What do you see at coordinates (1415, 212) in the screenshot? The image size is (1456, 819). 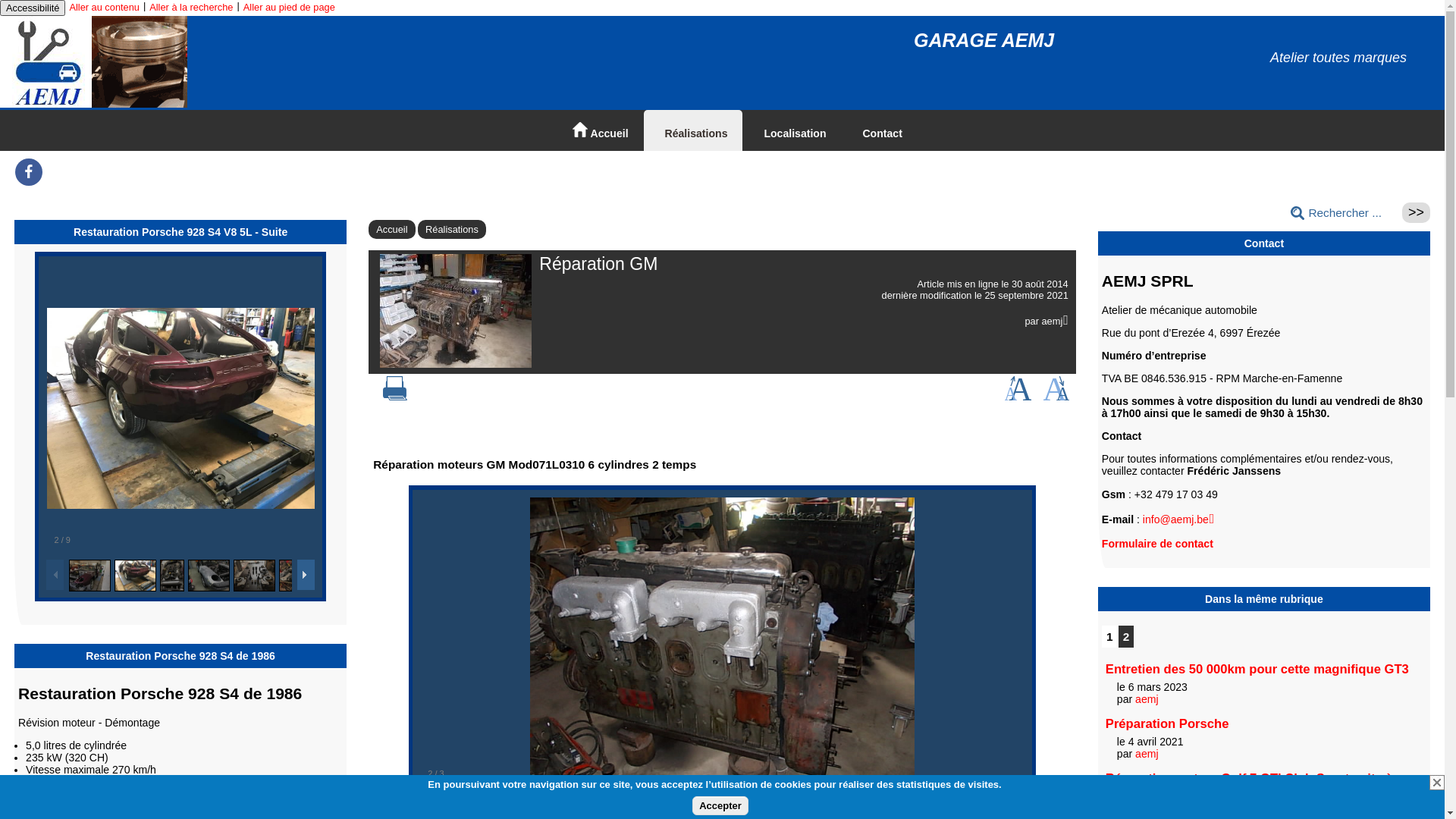 I see `'Rechercher'` at bounding box center [1415, 212].